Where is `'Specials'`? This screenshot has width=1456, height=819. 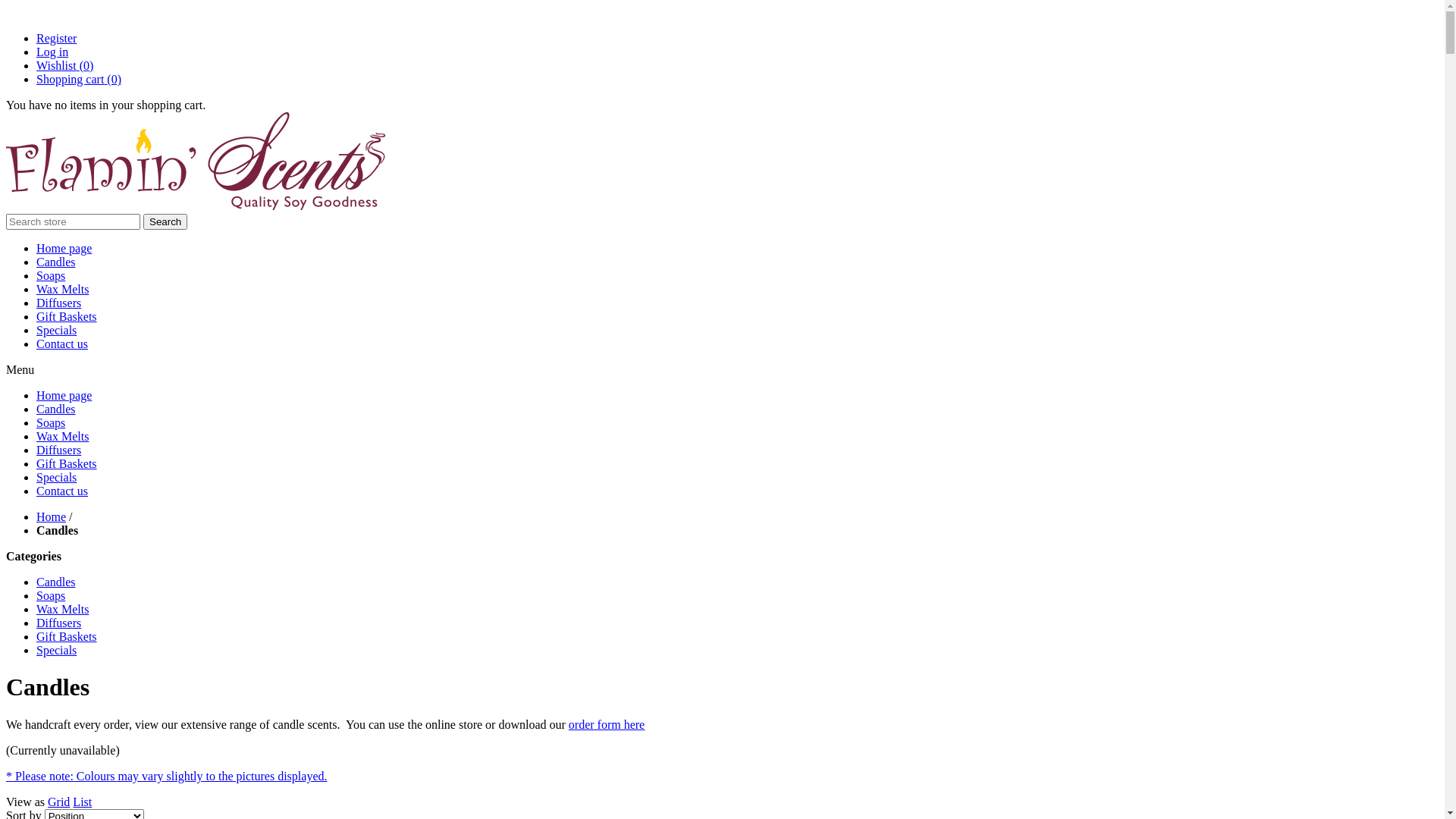
'Specials' is located at coordinates (36, 476).